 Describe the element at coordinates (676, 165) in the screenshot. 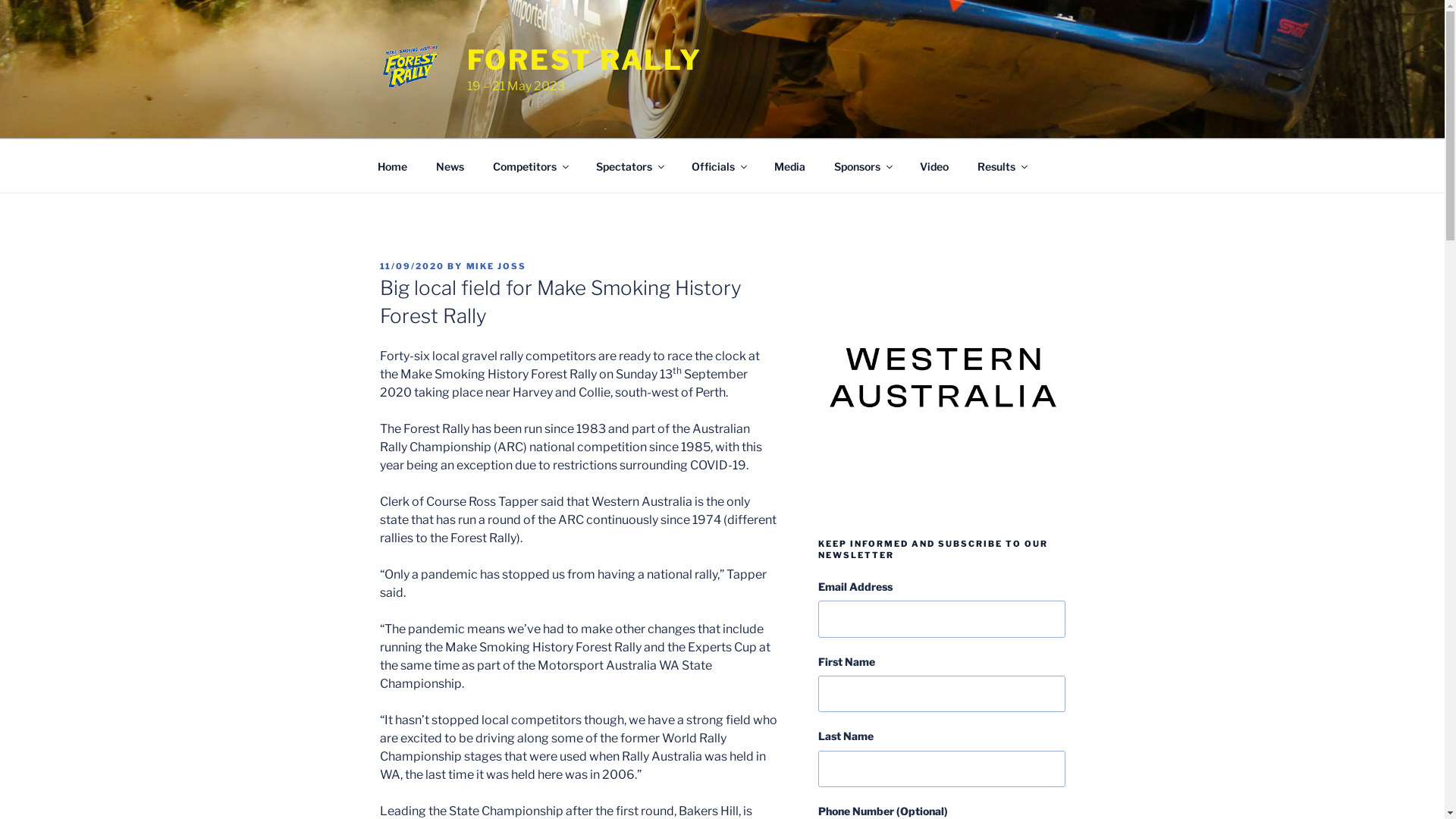

I see `'Officials'` at that location.